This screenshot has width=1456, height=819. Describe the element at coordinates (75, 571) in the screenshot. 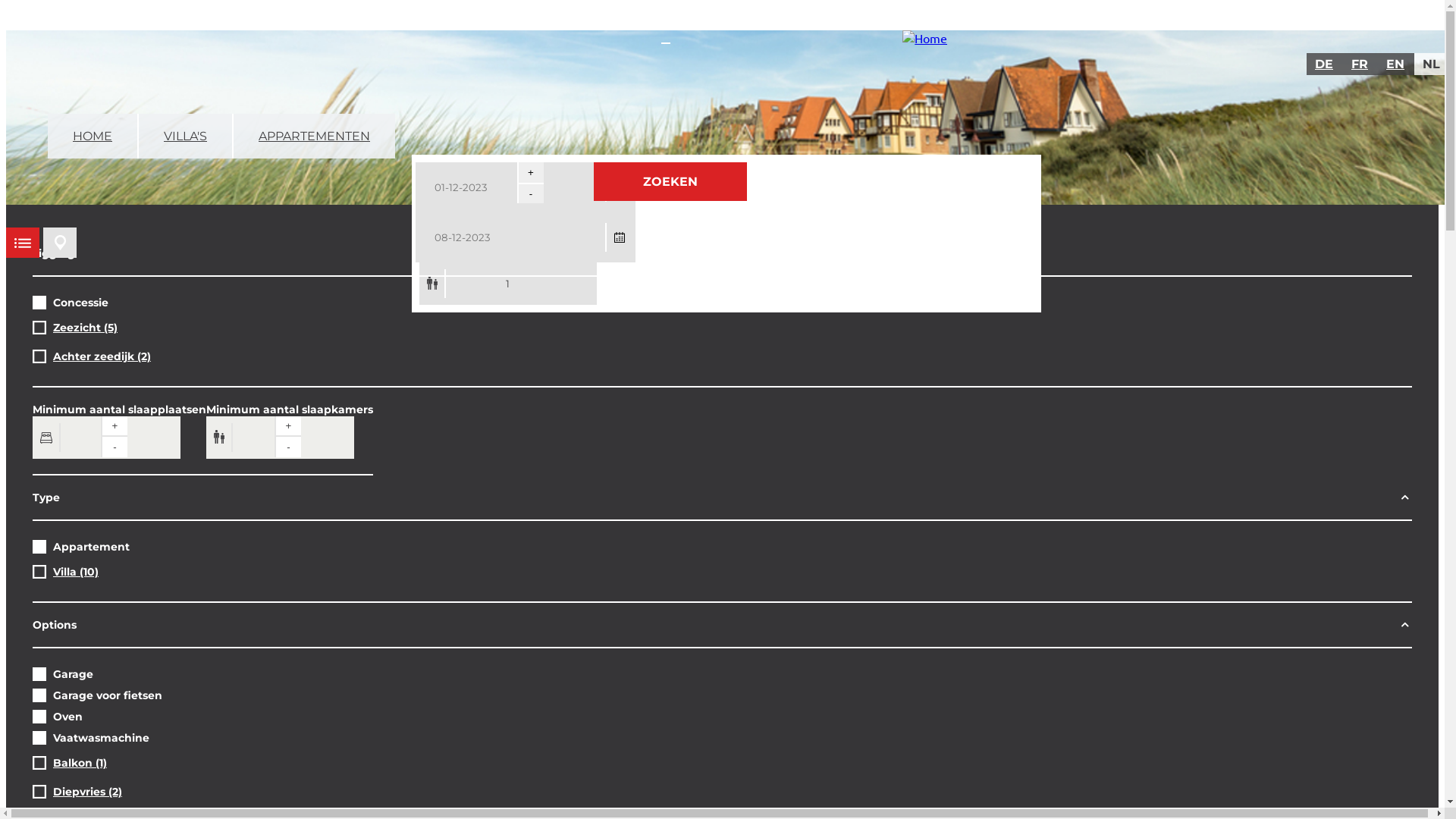

I see `'Villa (10)` at that location.